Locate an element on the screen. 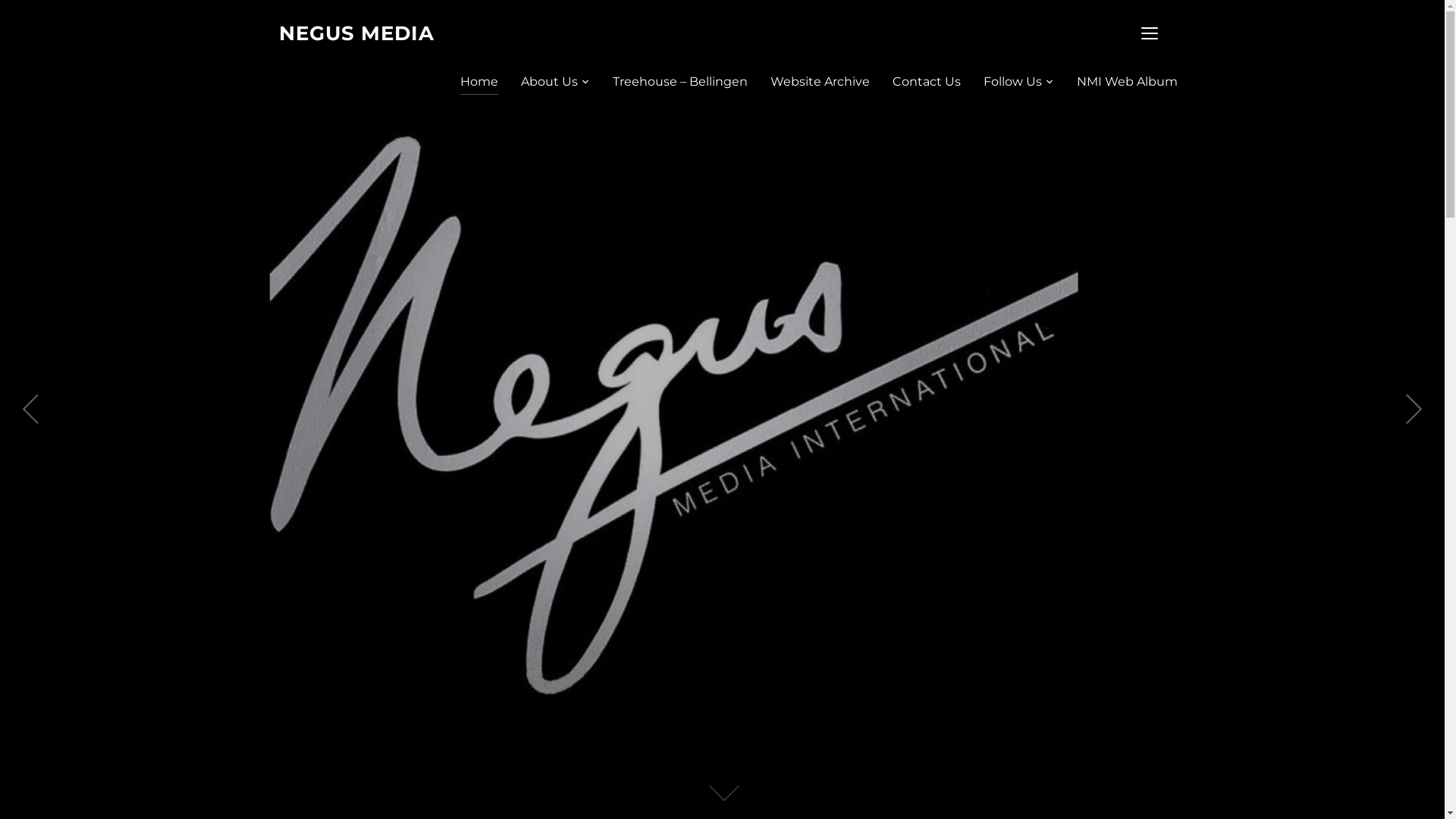 The height and width of the screenshot is (819, 1456). 'NMI Web Album' is located at coordinates (1127, 81).